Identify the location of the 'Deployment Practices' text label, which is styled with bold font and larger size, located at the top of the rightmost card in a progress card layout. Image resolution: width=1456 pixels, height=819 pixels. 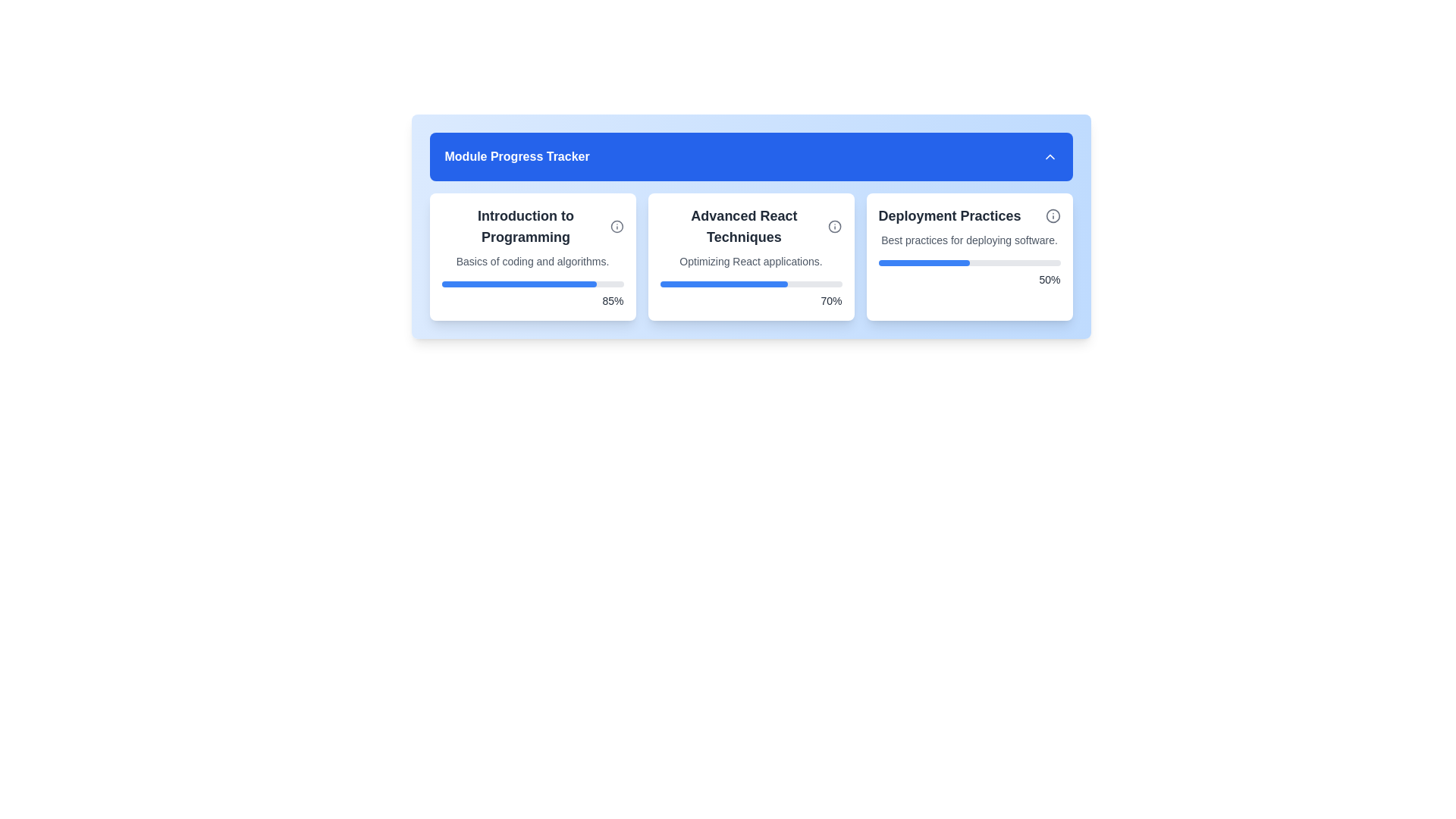
(968, 216).